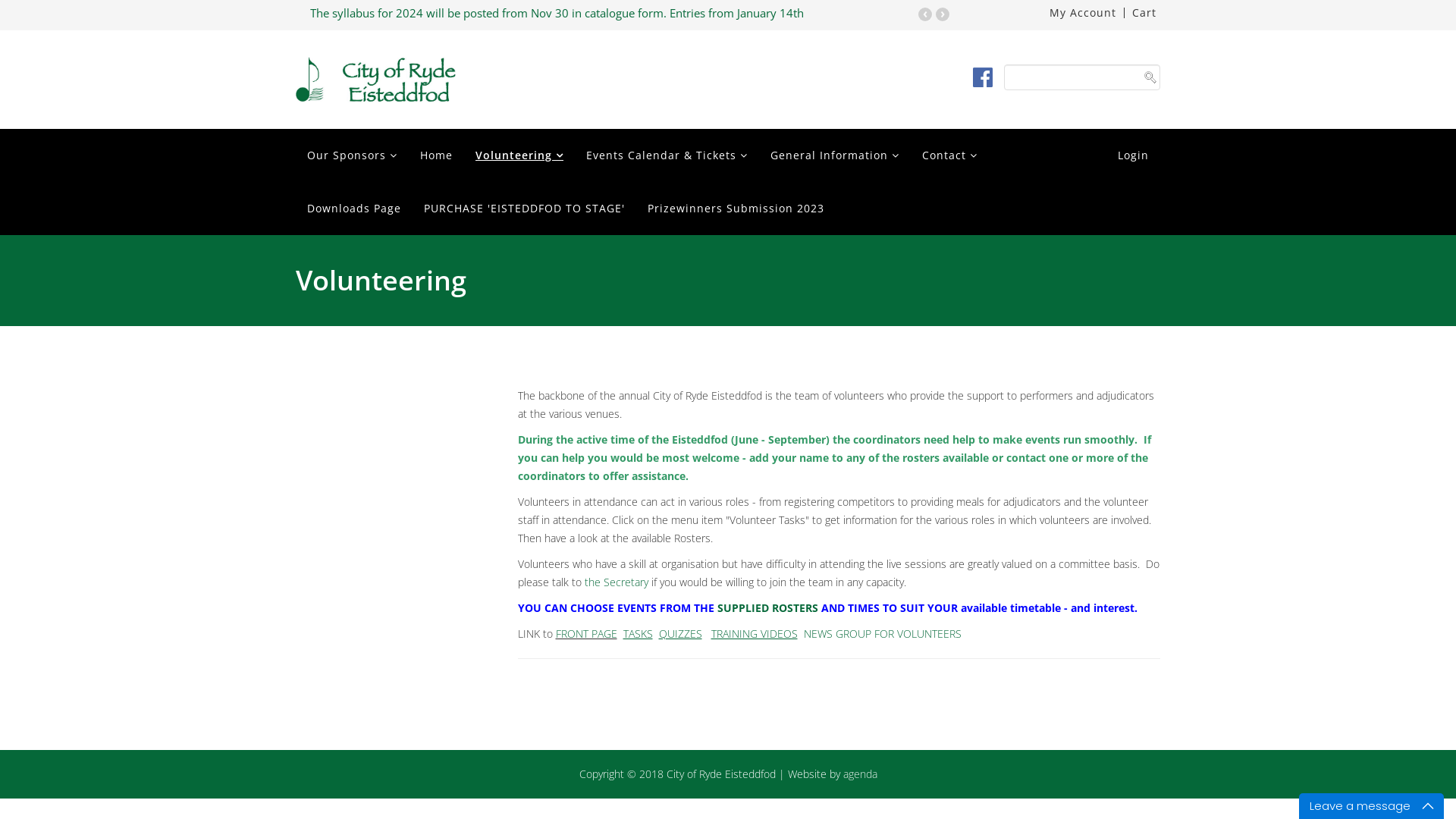 The height and width of the screenshot is (819, 1456). I want to click on 'Contact', so click(949, 155).